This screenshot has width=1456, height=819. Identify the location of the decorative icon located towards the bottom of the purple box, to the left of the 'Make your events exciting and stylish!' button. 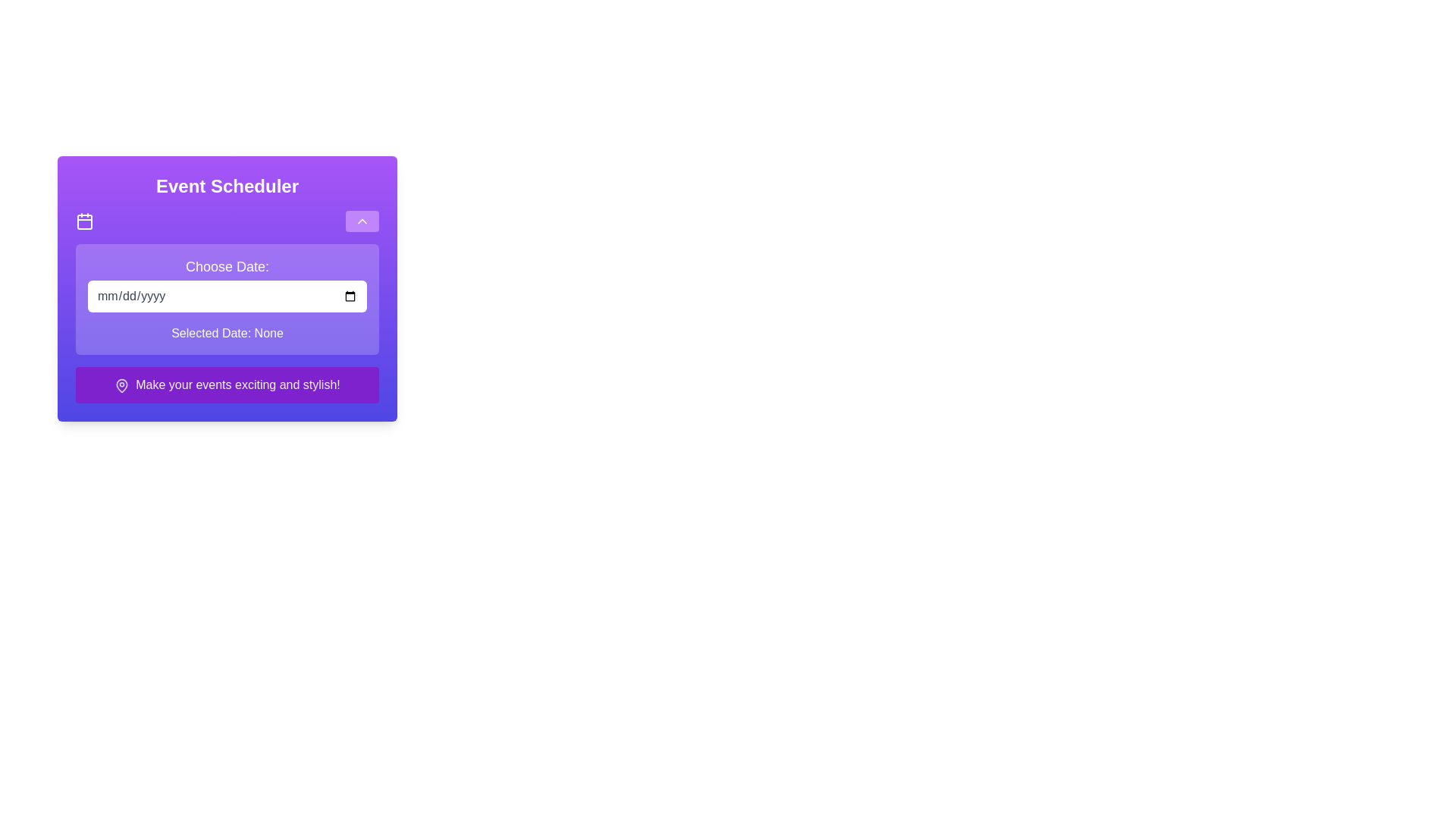
(122, 384).